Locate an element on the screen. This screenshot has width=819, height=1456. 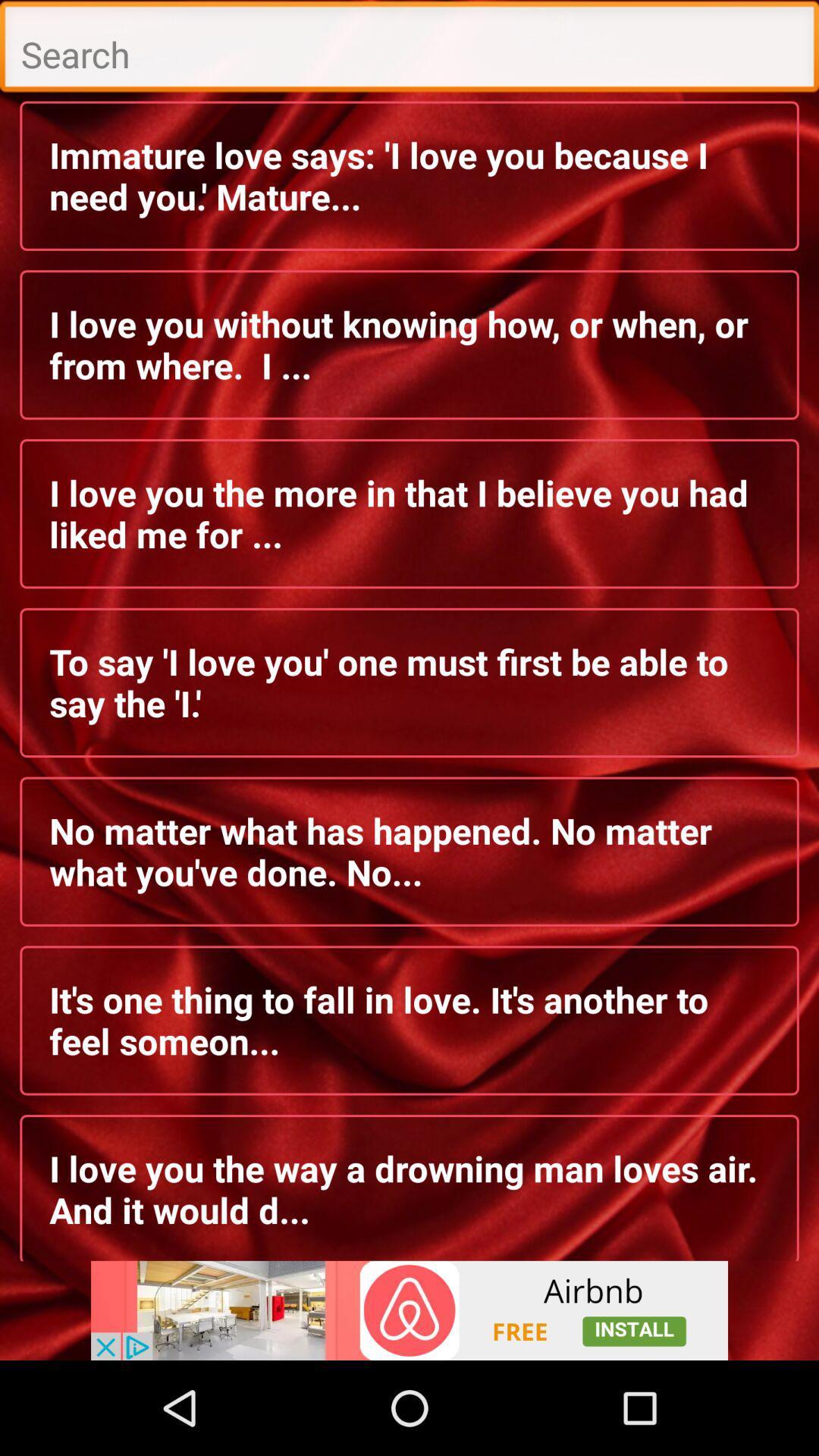
open advertisement is located at coordinates (409, 1310).